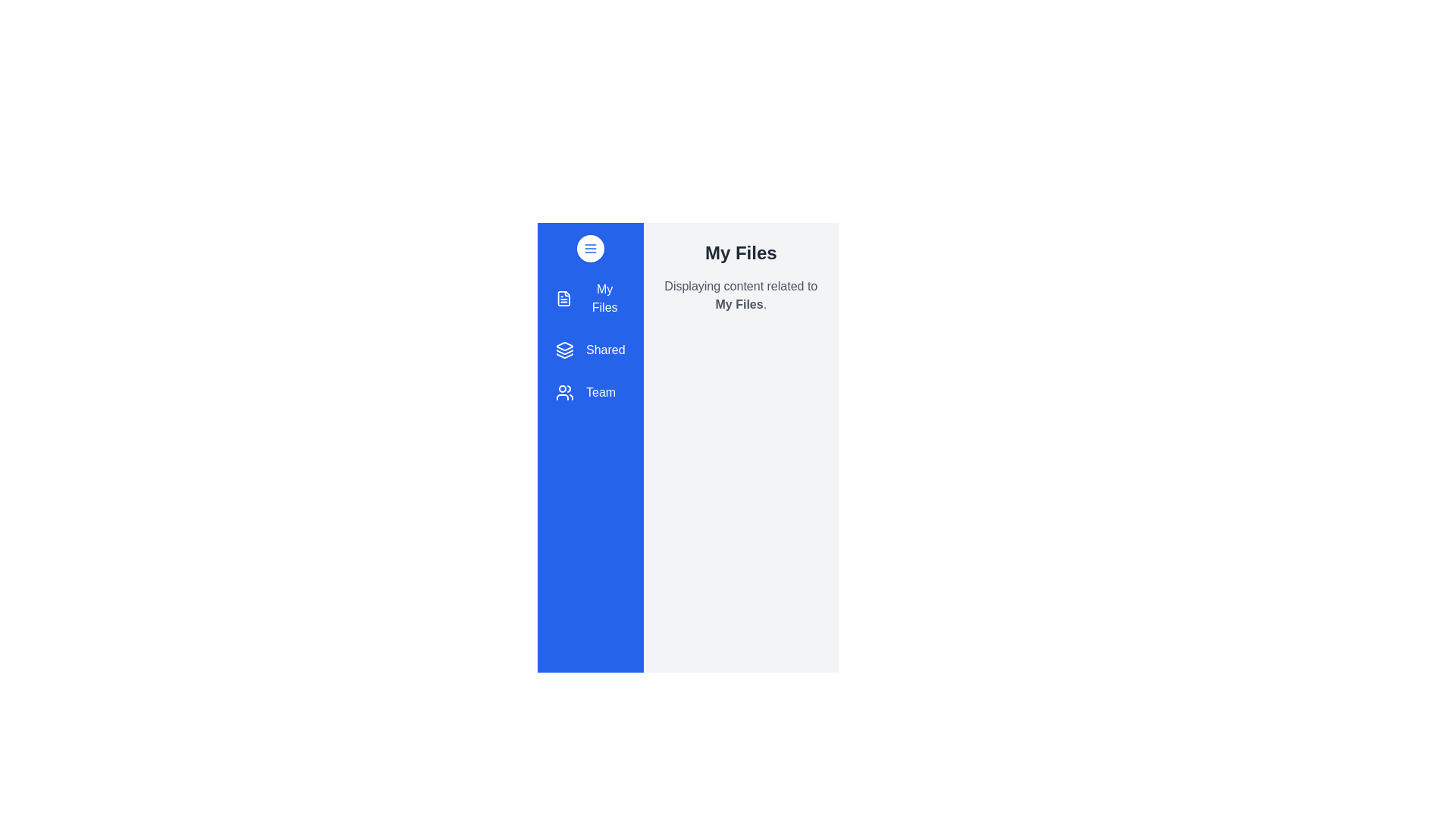  What do you see at coordinates (589, 247) in the screenshot?
I see `toggle button to change the drawer's open/close state` at bounding box center [589, 247].